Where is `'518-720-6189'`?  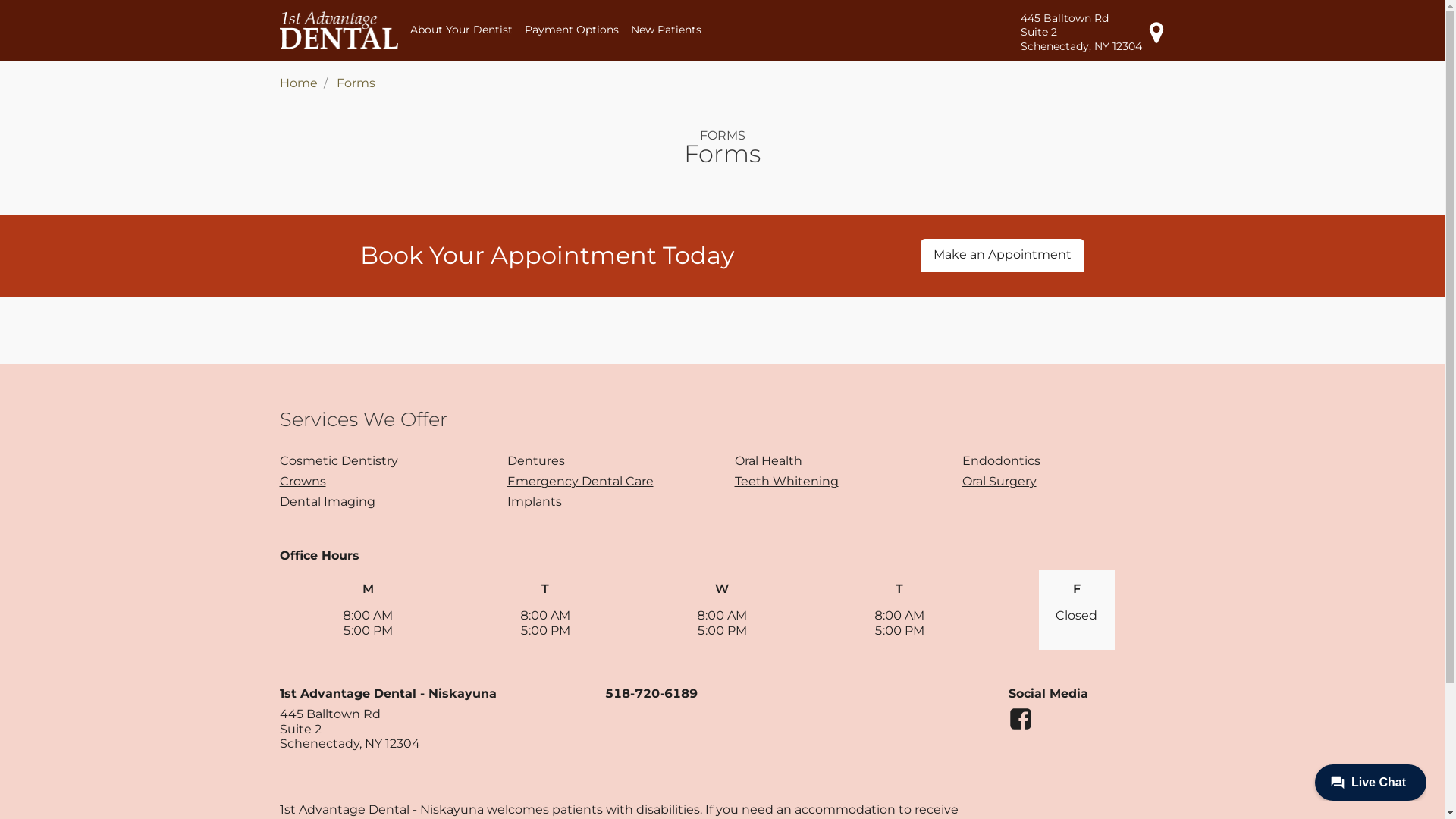 '518-720-6189' is located at coordinates (651, 693).